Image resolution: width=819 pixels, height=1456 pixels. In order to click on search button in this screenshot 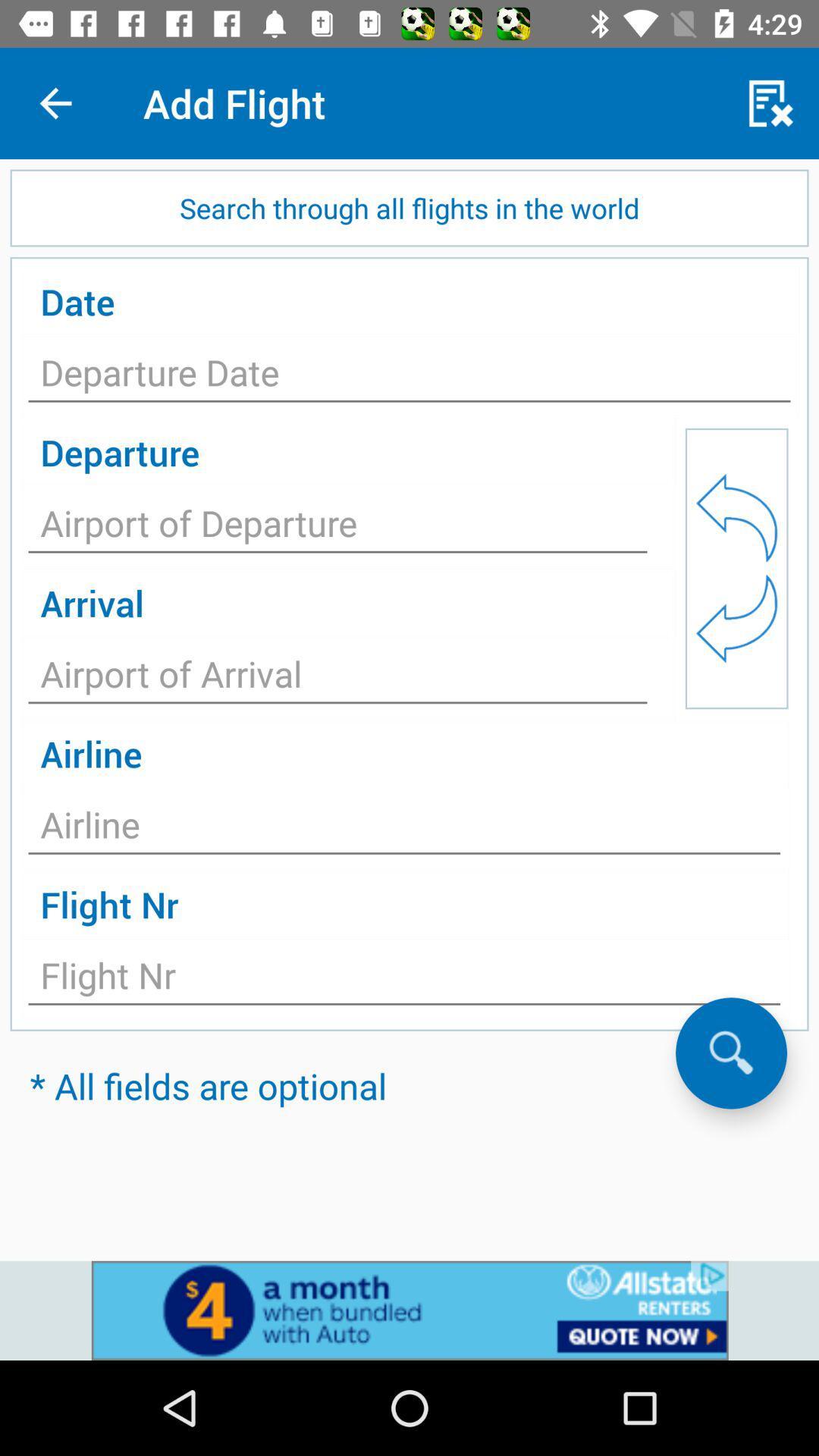, I will do `click(403, 980)`.